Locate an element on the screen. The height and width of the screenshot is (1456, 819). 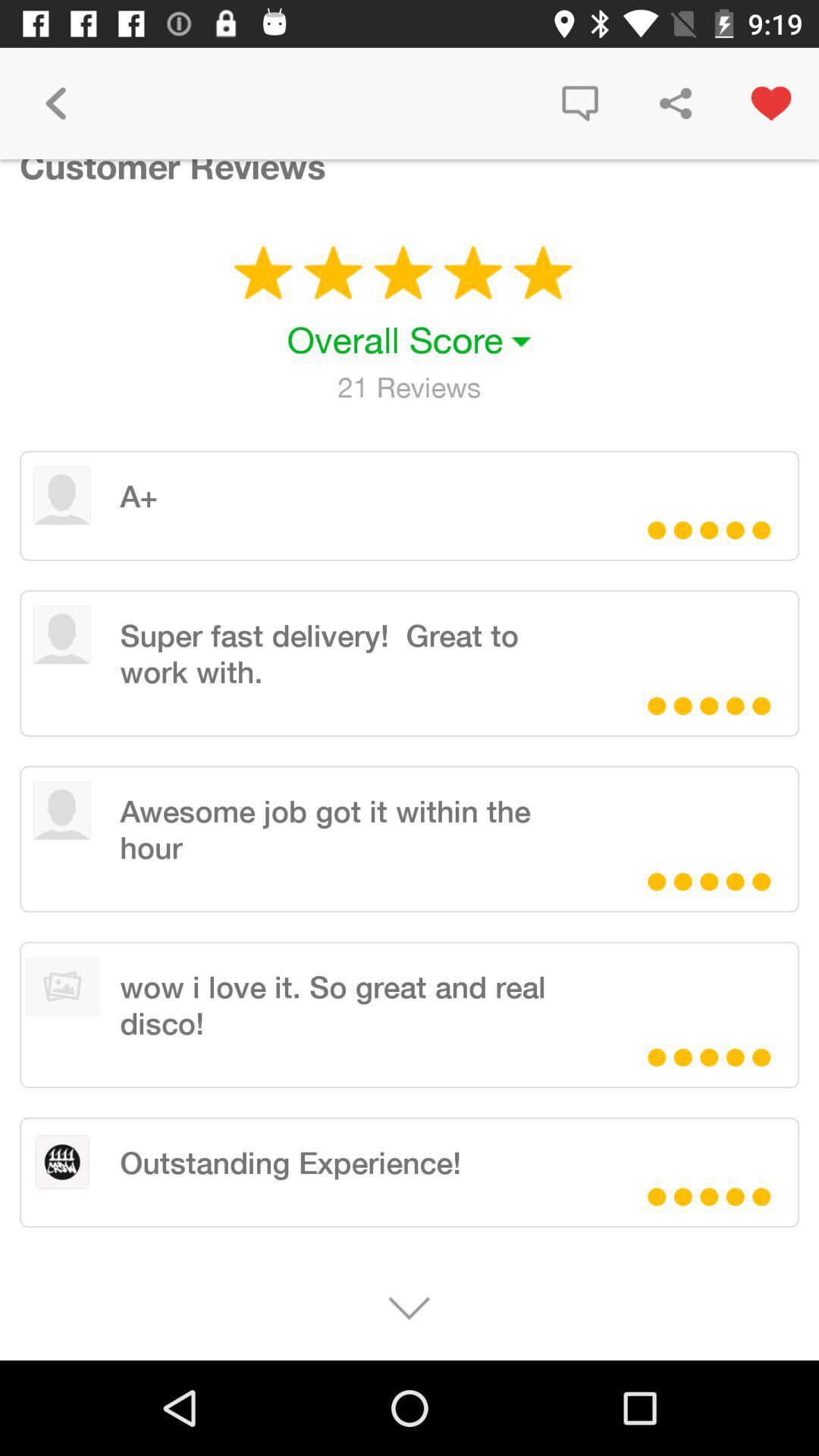
the icon above the customer reviews icon is located at coordinates (55, 102).